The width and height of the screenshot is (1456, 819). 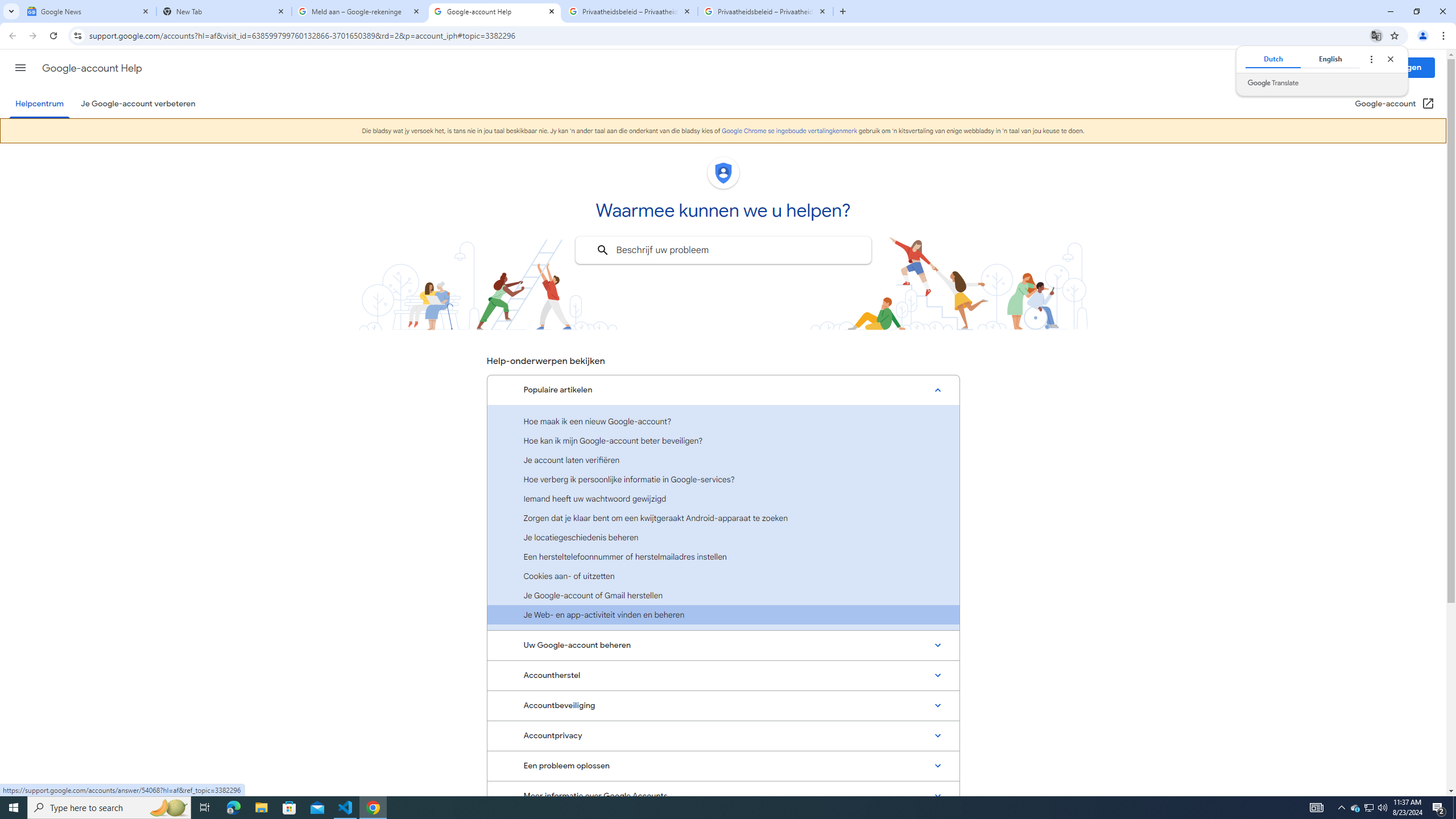 I want to click on 'Een hersteltelefoonnummer of herstelmailadres instellen', so click(x=723, y=556).